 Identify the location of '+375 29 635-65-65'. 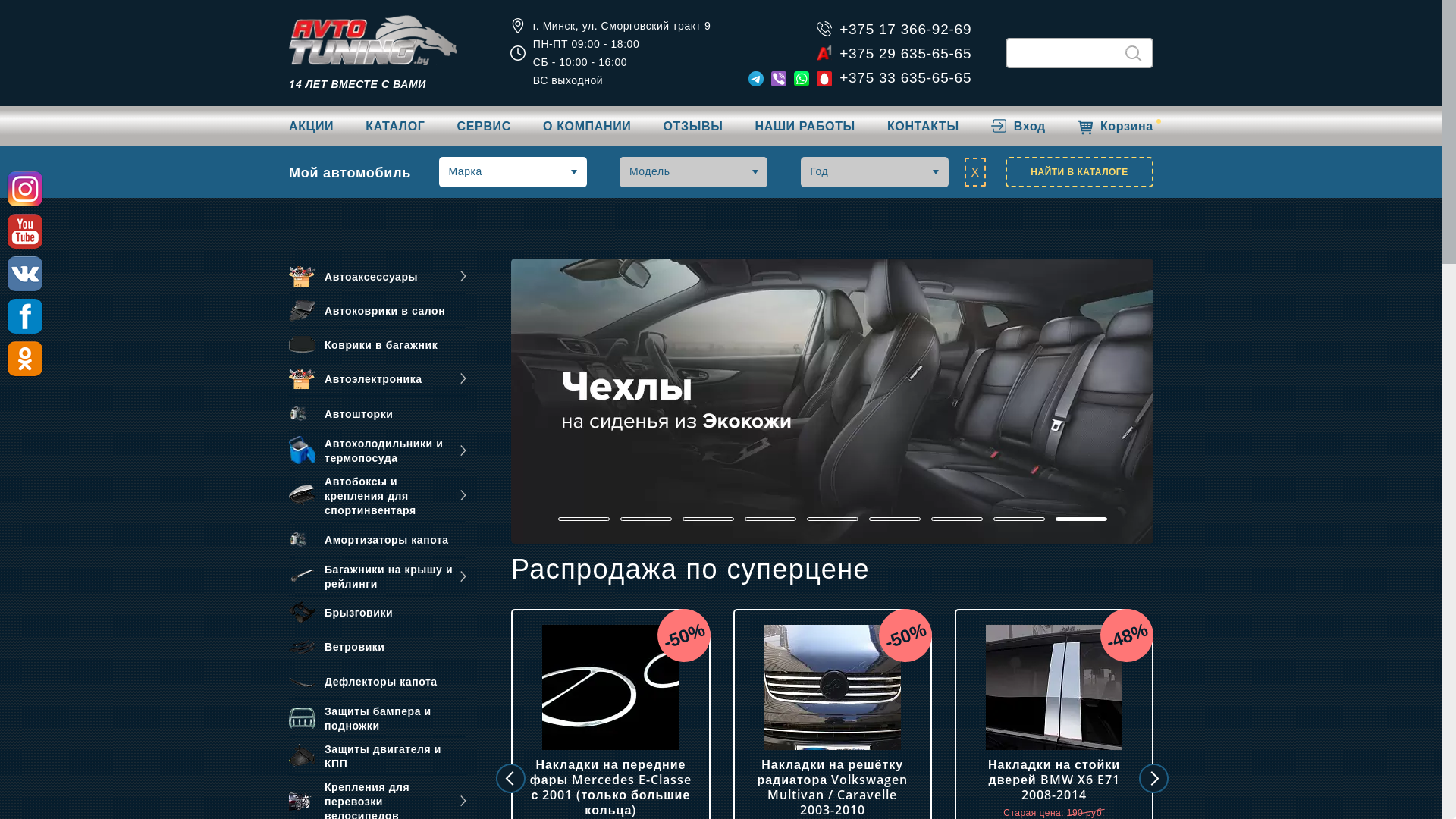
(839, 52).